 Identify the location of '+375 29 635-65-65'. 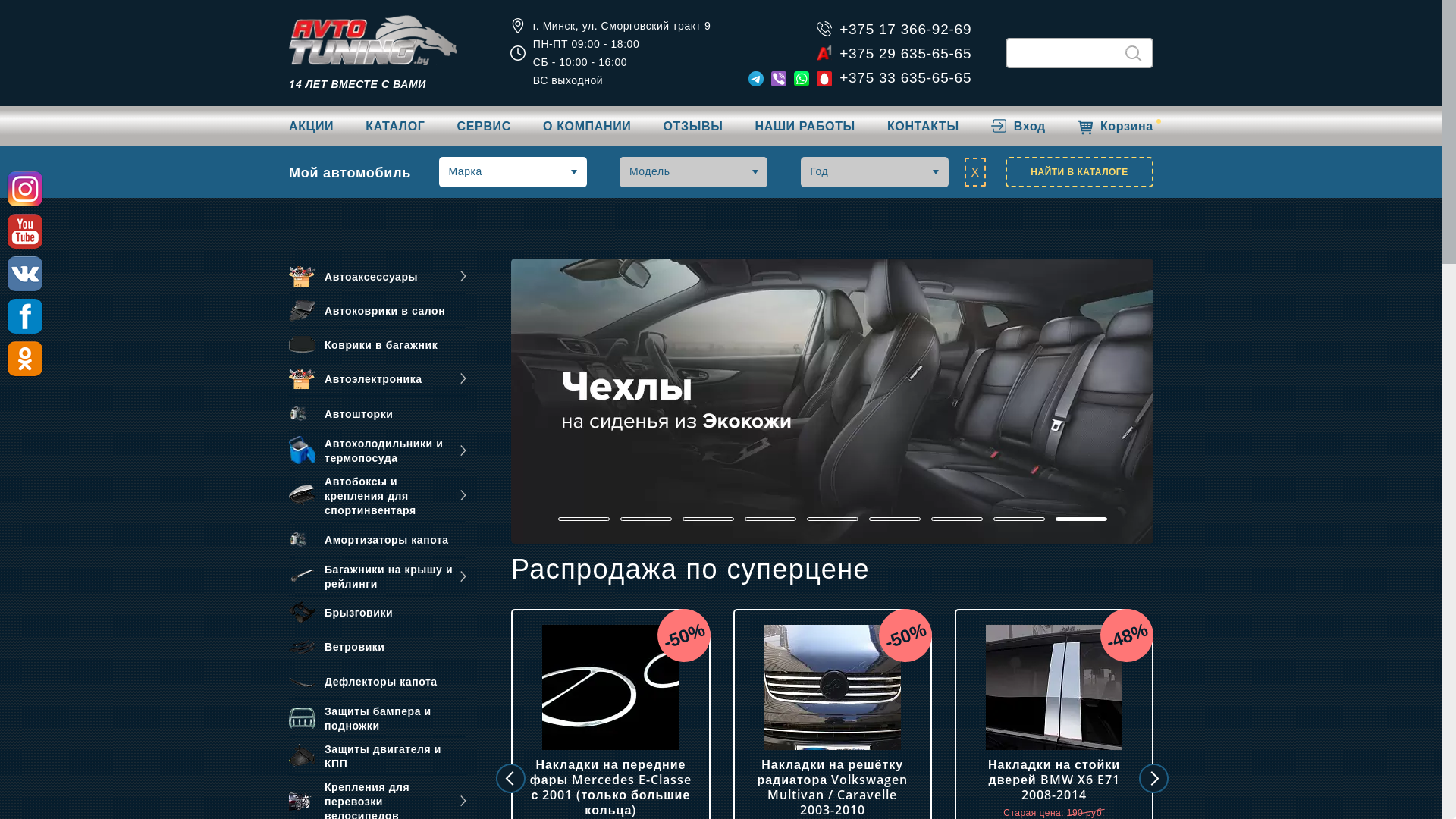
(839, 52).